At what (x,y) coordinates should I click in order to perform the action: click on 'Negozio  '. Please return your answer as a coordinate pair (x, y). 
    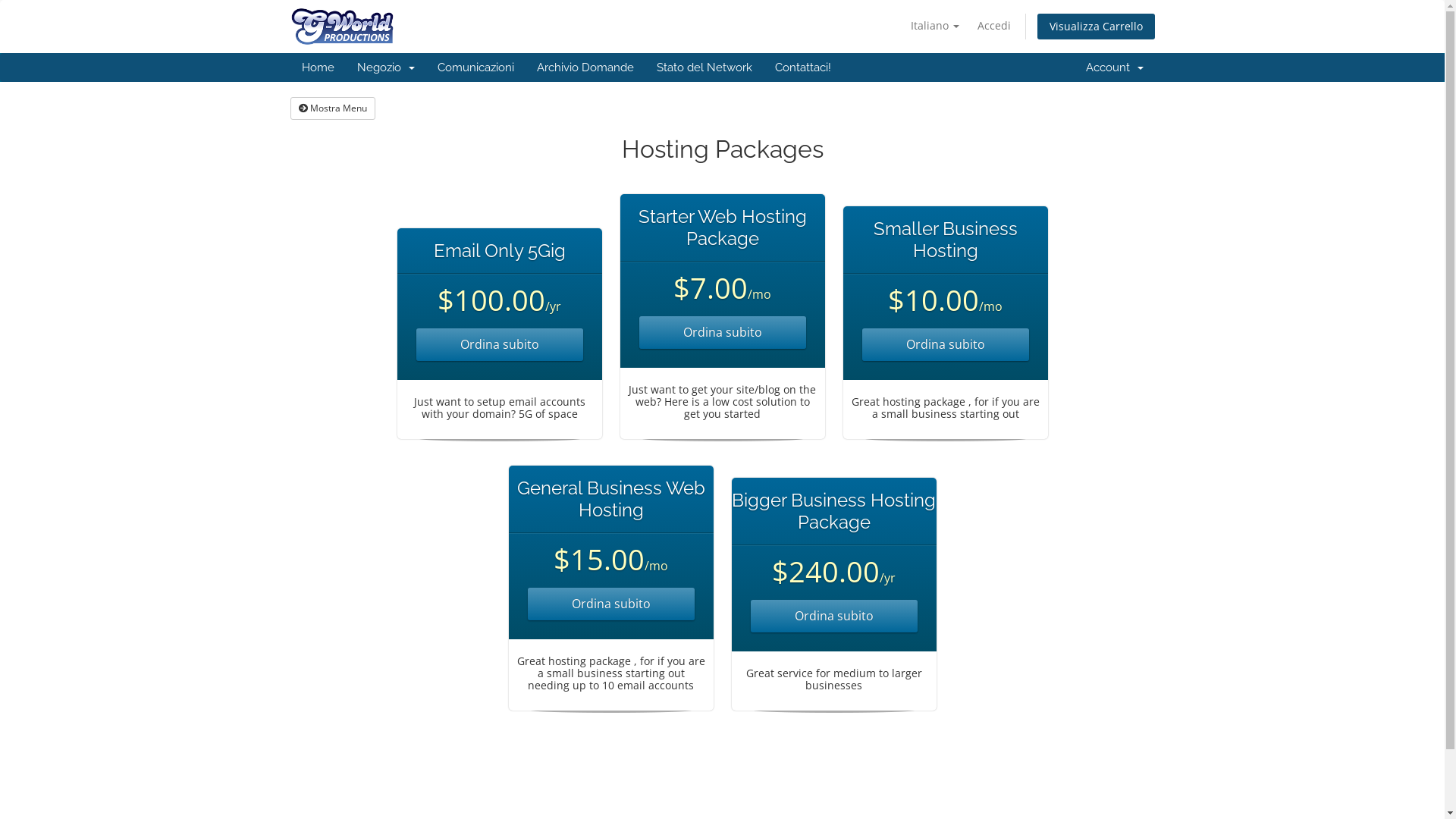
    Looking at the image, I should click on (345, 66).